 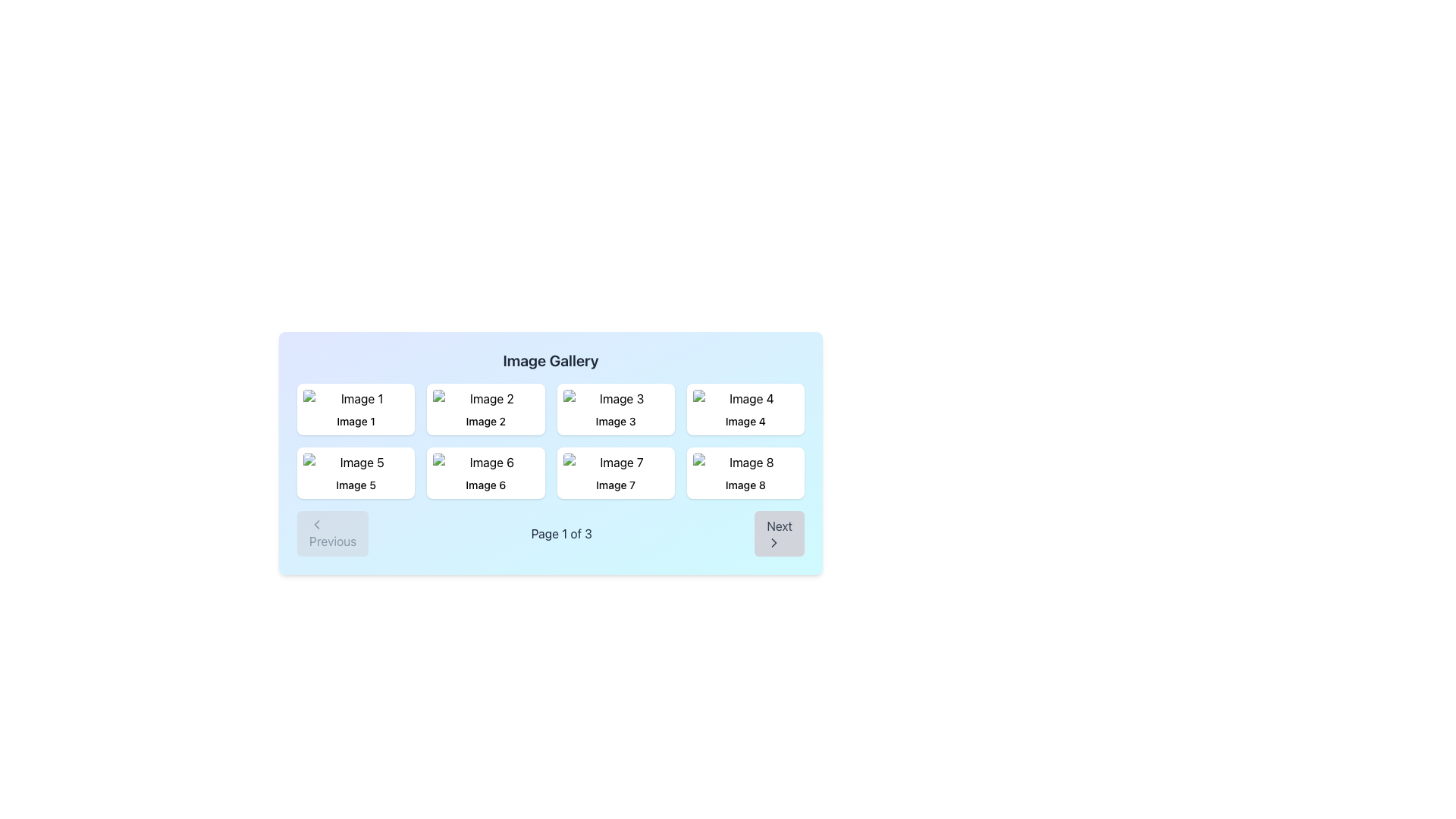 What do you see at coordinates (485, 421) in the screenshot?
I see `text label displaying 'Image 2' which is located below the thumbnail image in the second column of the first row of the interactive image gallery` at bounding box center [485, 421].